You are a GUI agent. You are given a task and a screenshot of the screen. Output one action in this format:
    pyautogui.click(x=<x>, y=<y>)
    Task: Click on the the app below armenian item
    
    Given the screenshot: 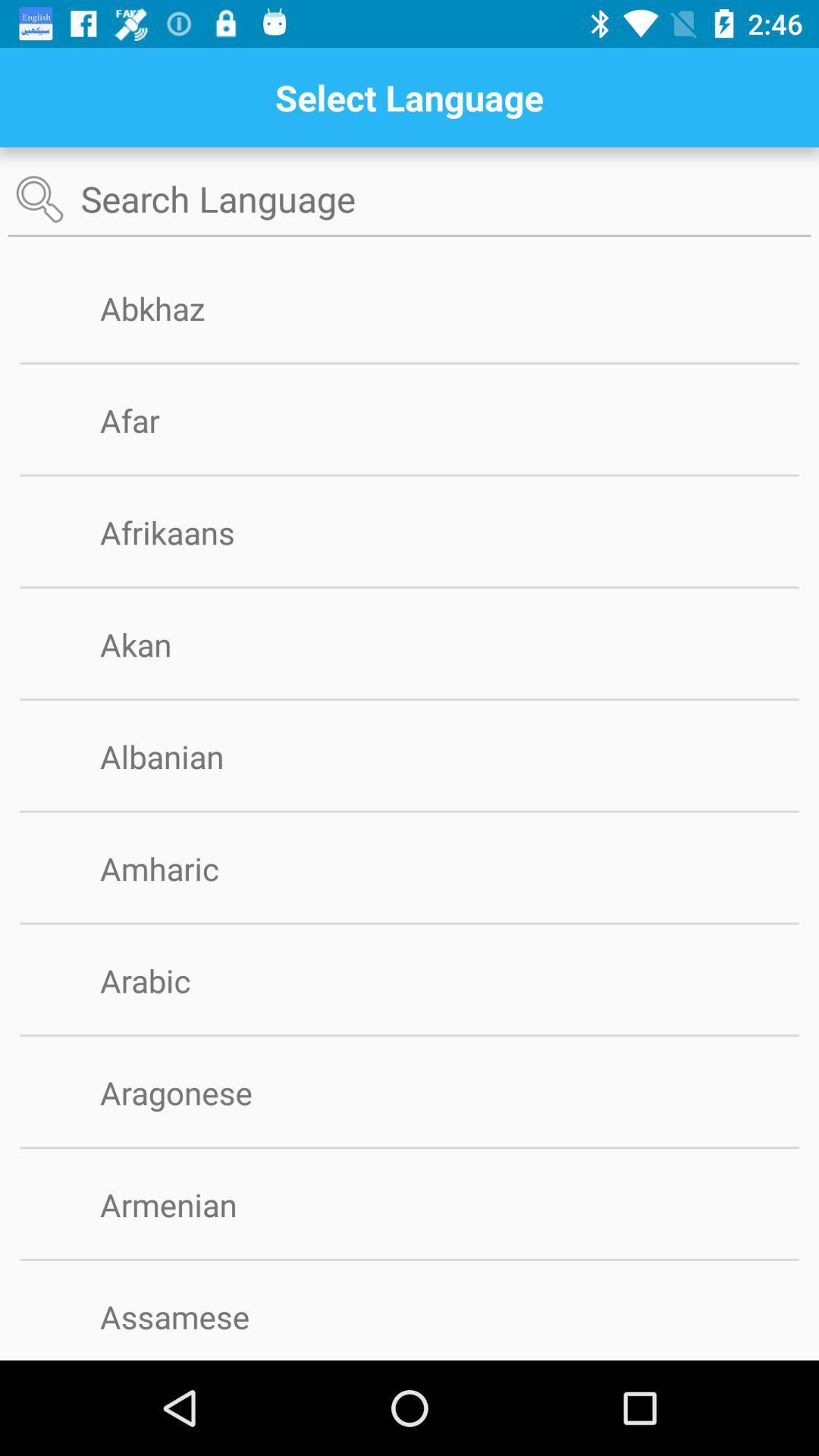 What is the action you would take?
    pyautogui.click(x=409, y=1260)
    